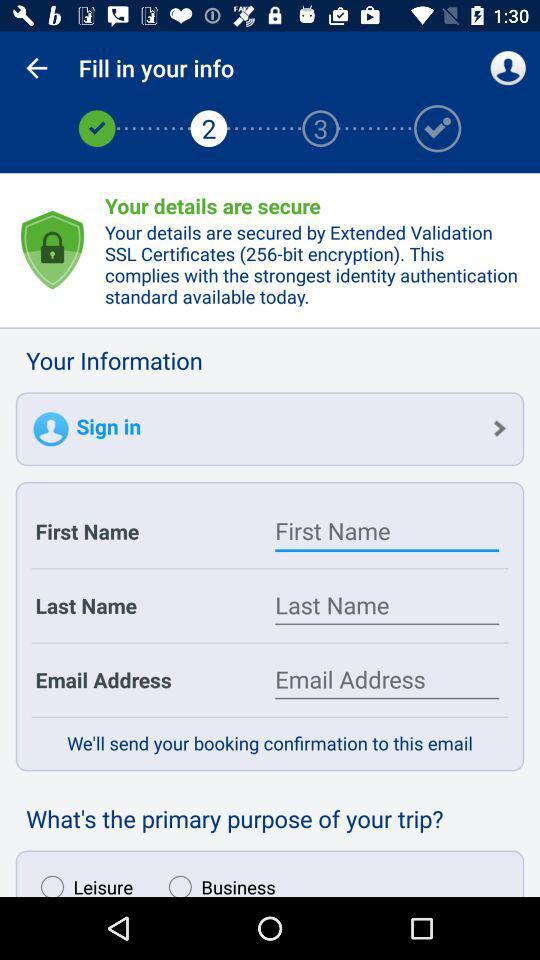 The height and width of the screenshot is (960, 540). I want to click on first name text box, so click(387, 530).